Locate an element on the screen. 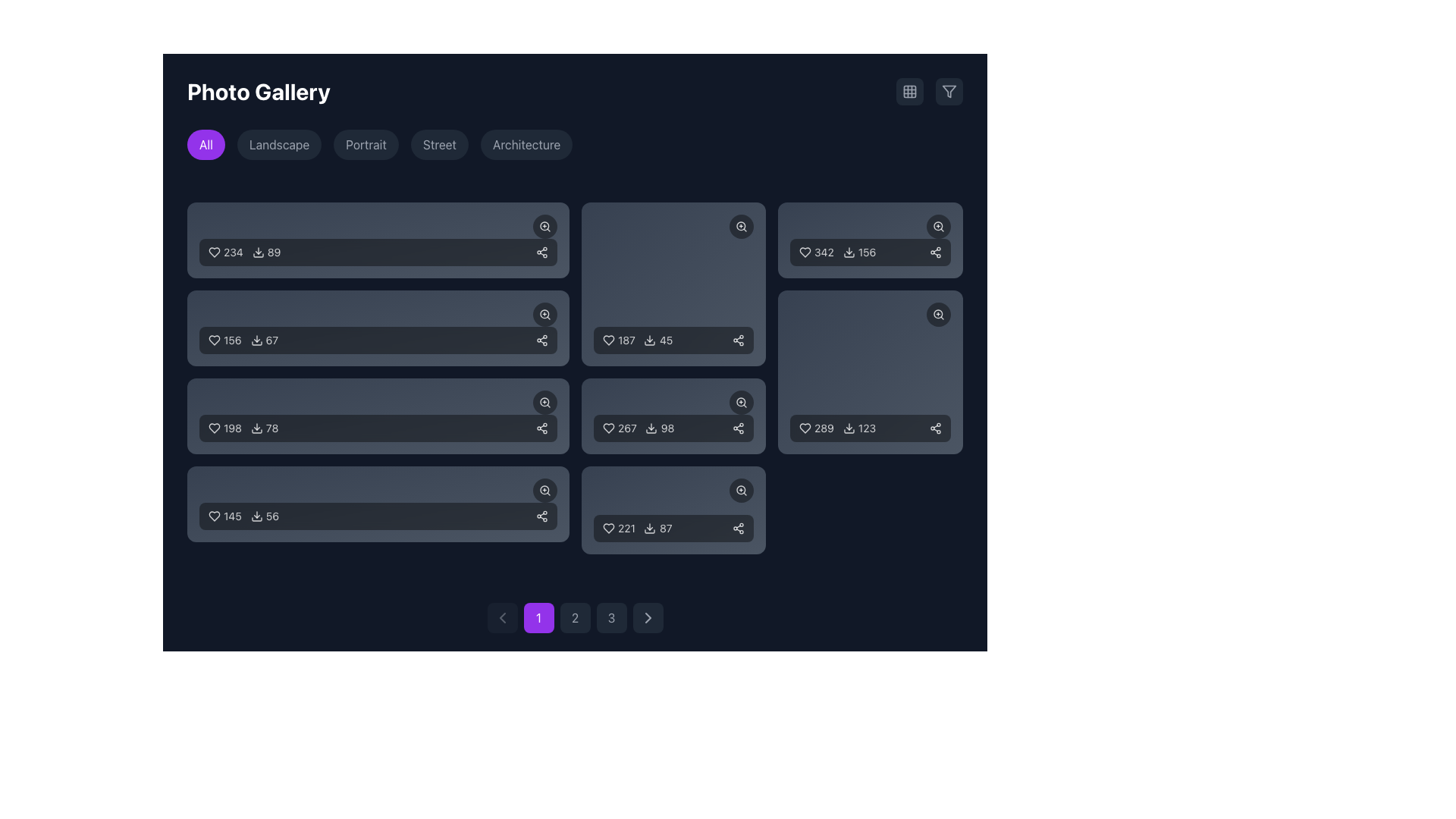  the Text Label displaying the number of downloads related to the associated item in the gallery, located next to the download icon in the third item of the grid layout is located at coordinates (272, 428).